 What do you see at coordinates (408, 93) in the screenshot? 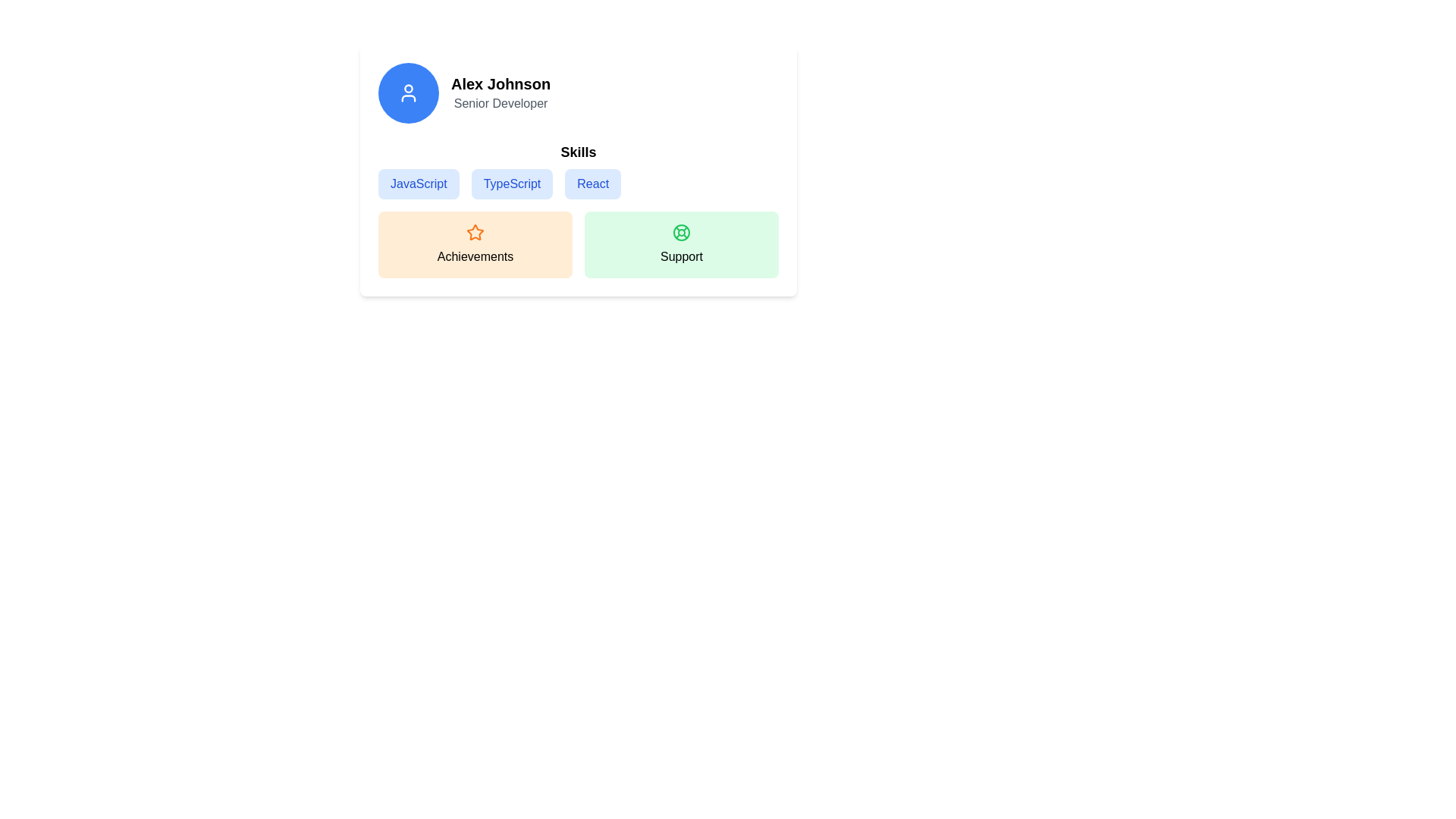
I see `the user icon styled in line art format with rounded features, which is white and enclosed within a blue circular background, to associate it with the user's profile` at bounding box center [408, 93].